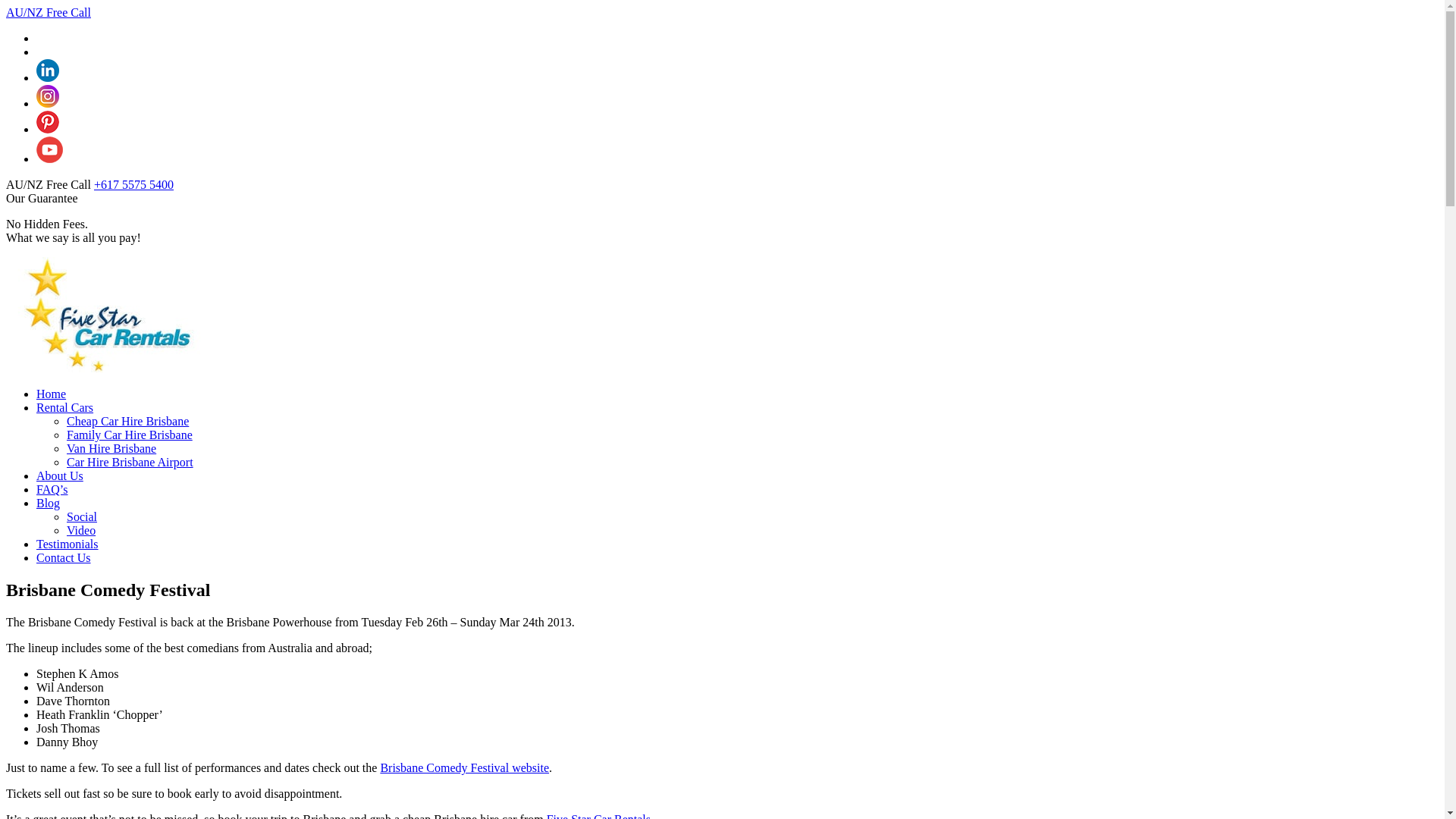  I want to click on 'Rental Cars', so click(64, 406).